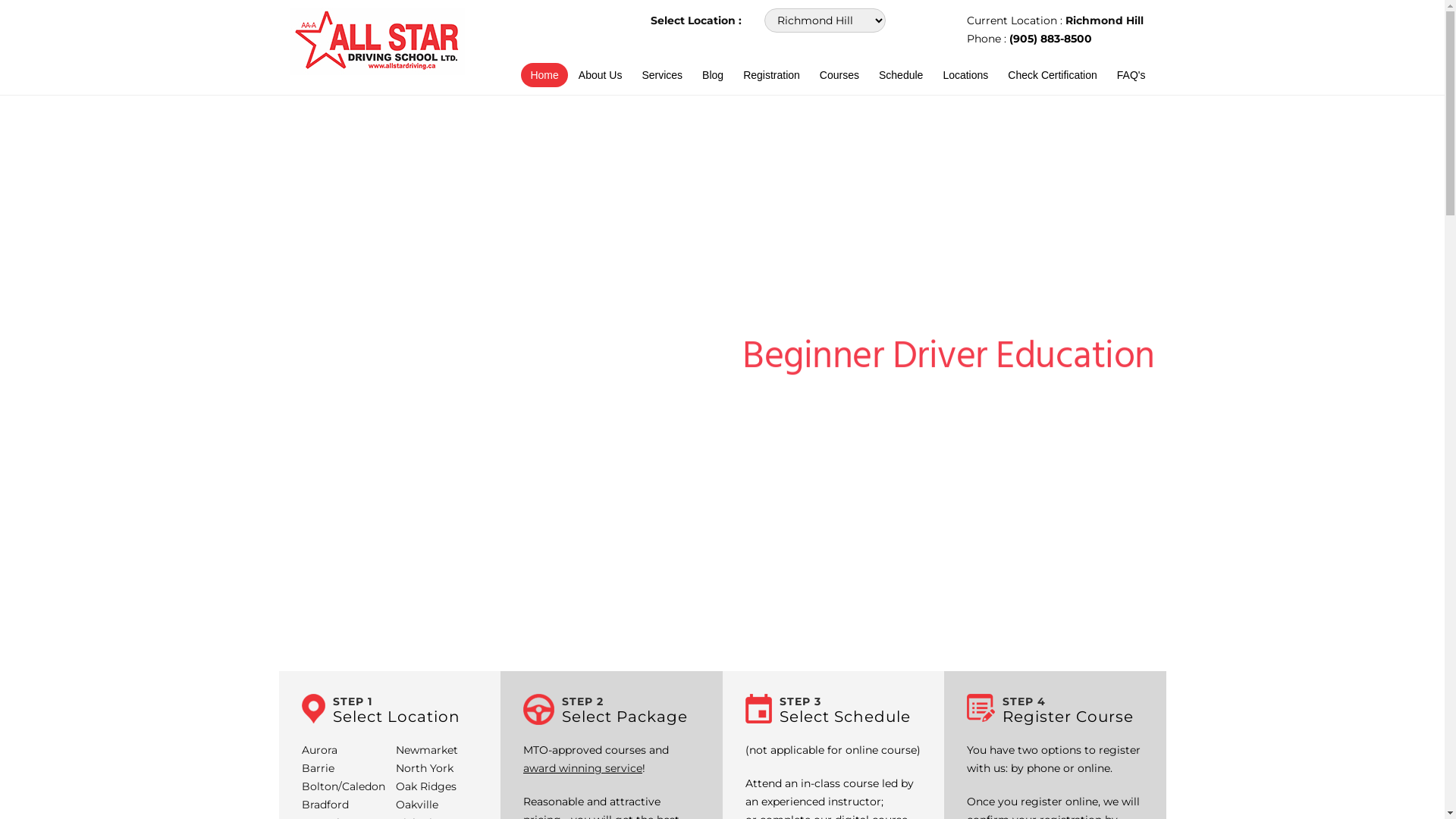 This screenshot has height=819, width=1456. What do you see at coordinates (417, 803) in the screenshot?
I see `'Oakville'` at bounding box center [417, 803].